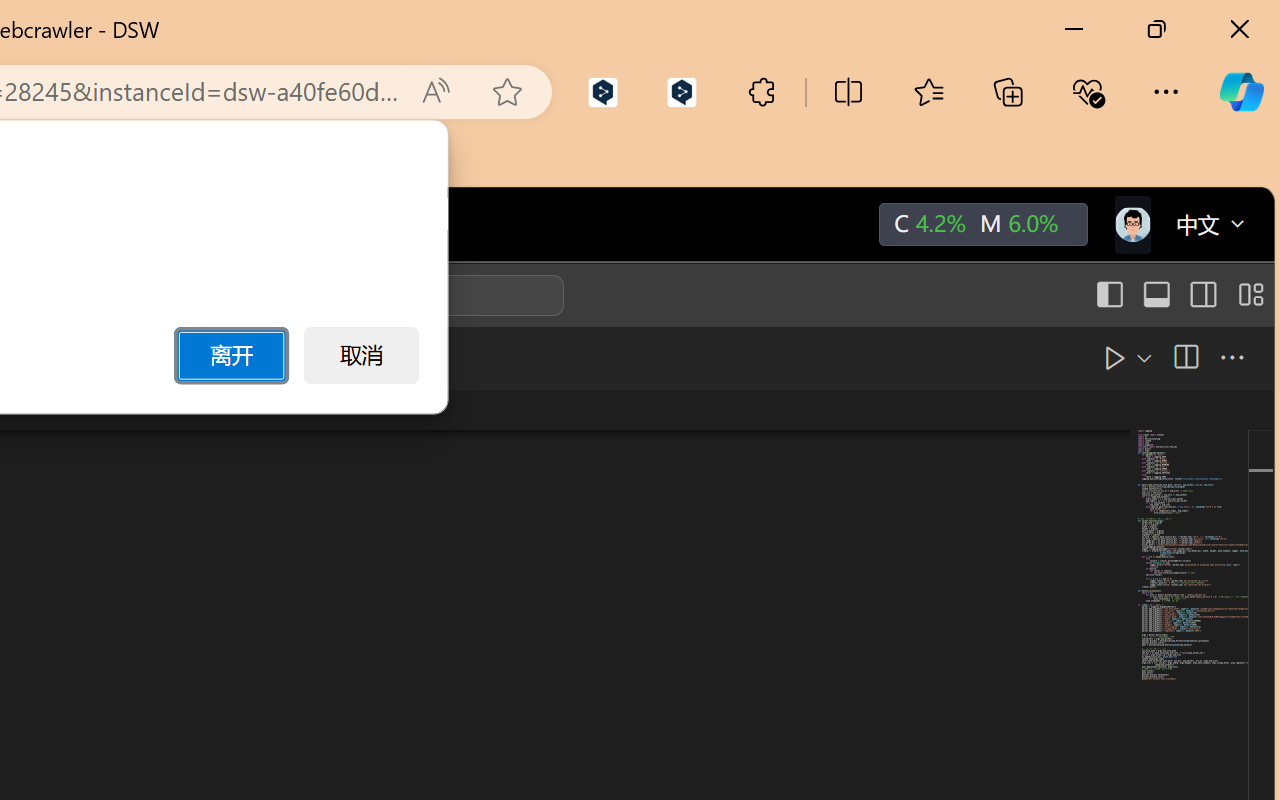 The image size is (1280, 800). I want to click on 'Copilot (Ctrl+Shift+.)', so click(1240, 91).